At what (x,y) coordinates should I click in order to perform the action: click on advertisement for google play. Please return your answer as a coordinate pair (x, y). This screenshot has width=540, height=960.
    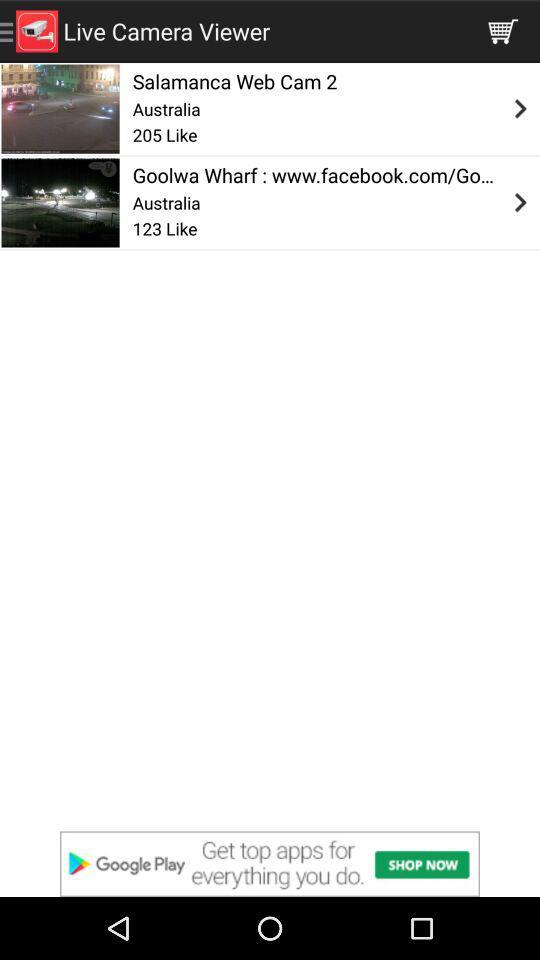
    Looking at the image, I should click on (270, 863).